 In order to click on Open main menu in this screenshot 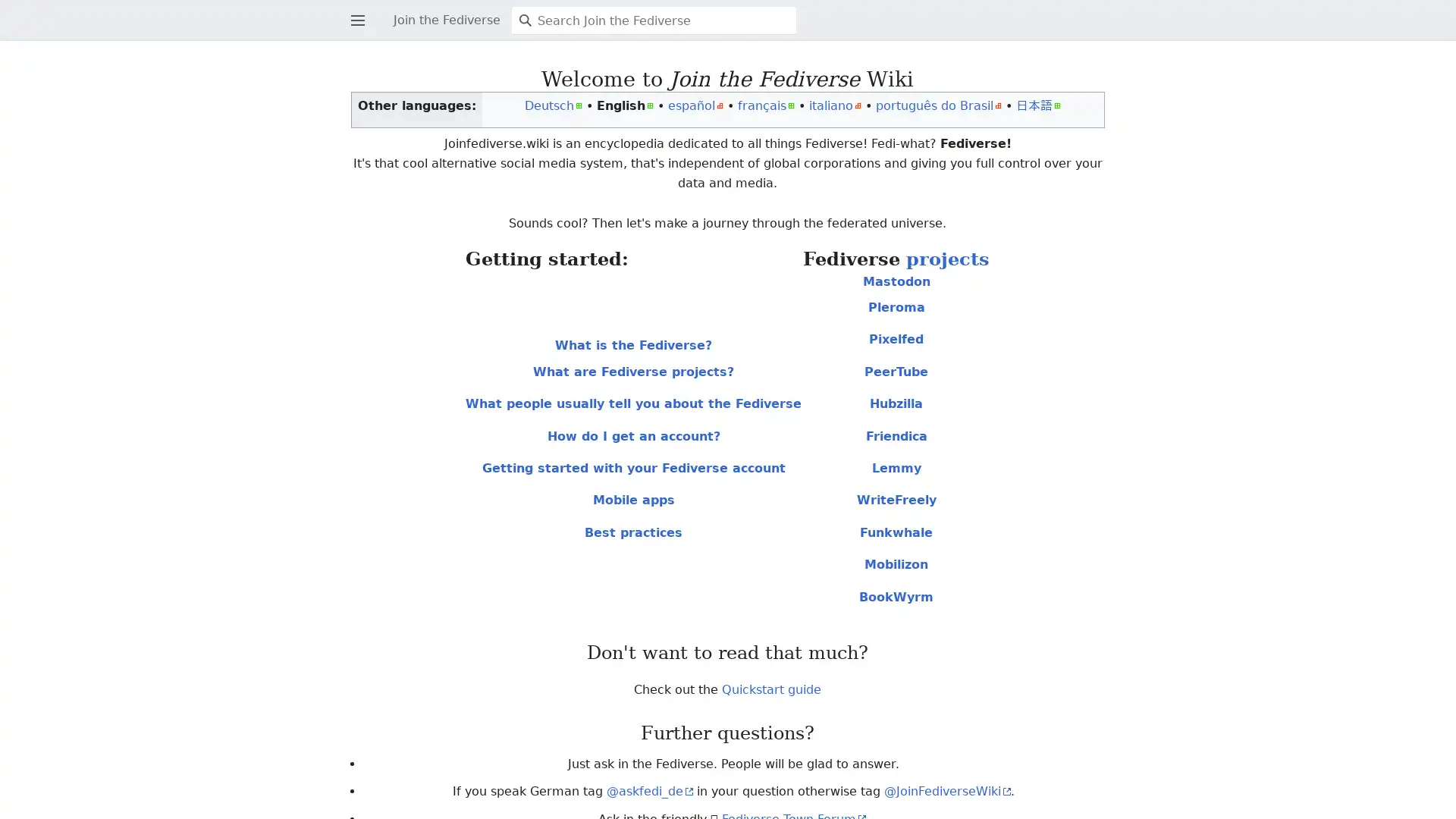, I will do `click(354, 8)`.